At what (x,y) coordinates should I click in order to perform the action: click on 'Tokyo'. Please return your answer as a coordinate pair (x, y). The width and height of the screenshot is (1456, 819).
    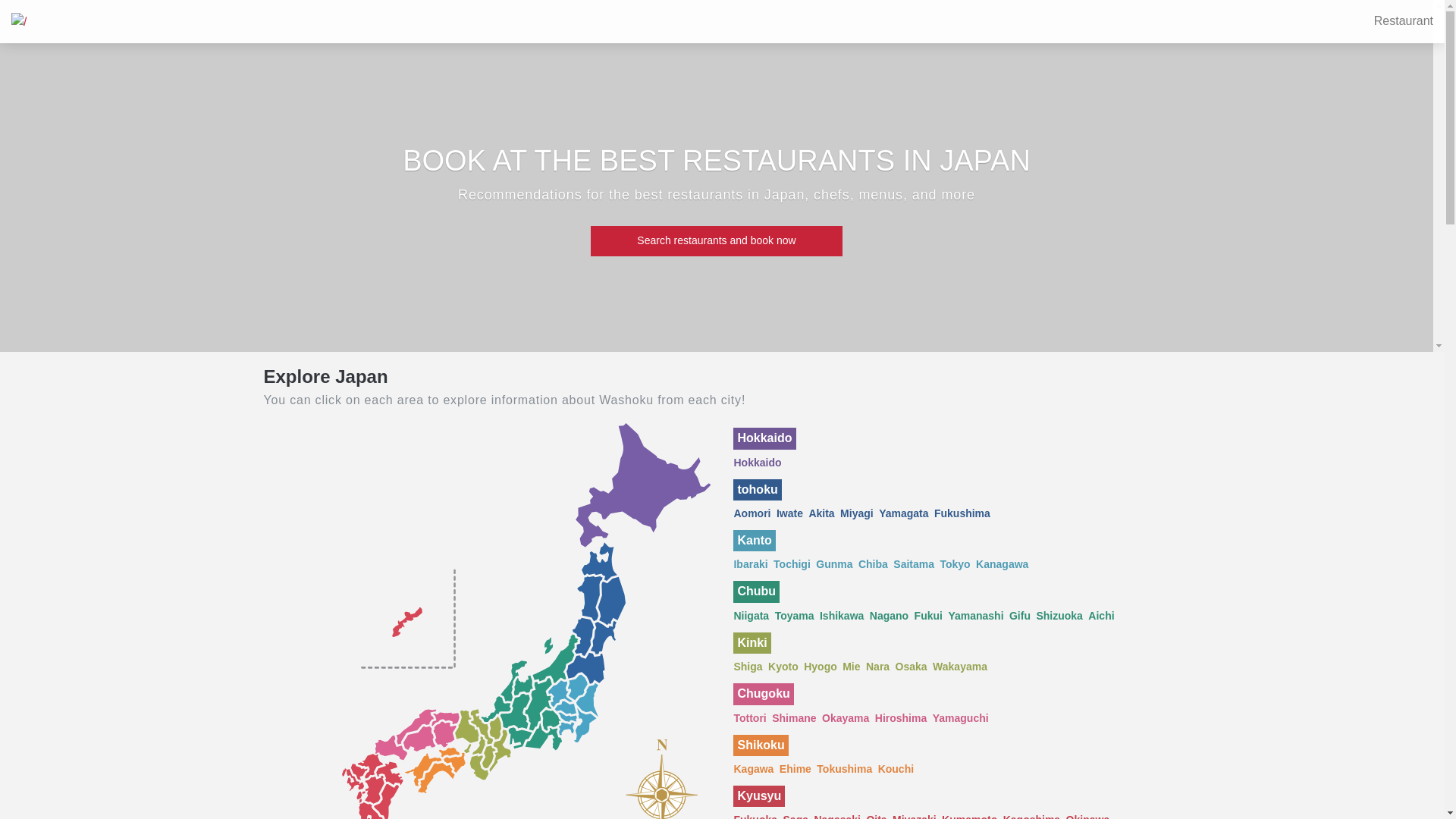
    Looking at the image, I should click on (938, 564).